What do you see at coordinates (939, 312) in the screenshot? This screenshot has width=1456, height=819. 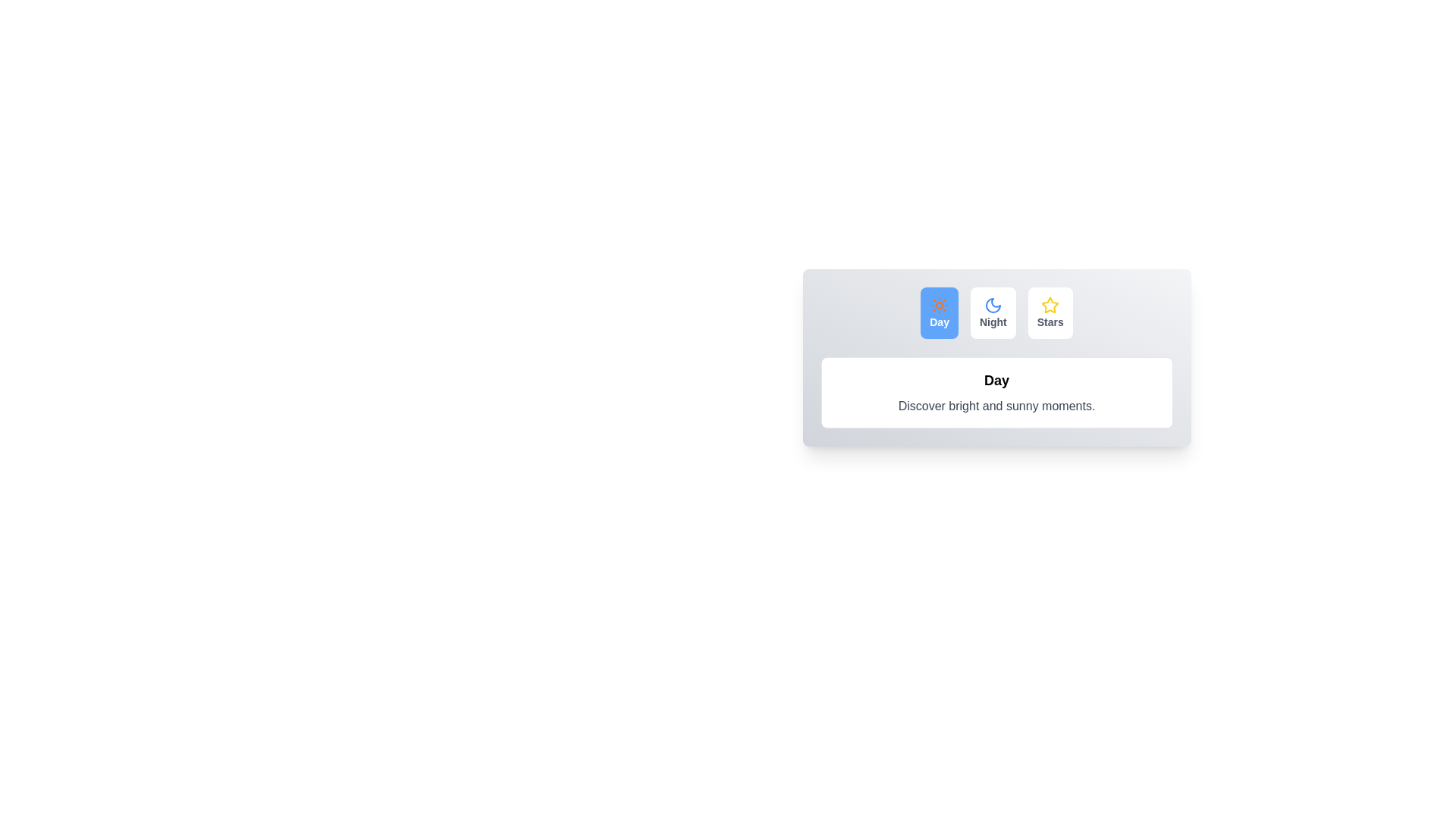 I see `the Day tab to activate it` at bounding box center [939, 312].